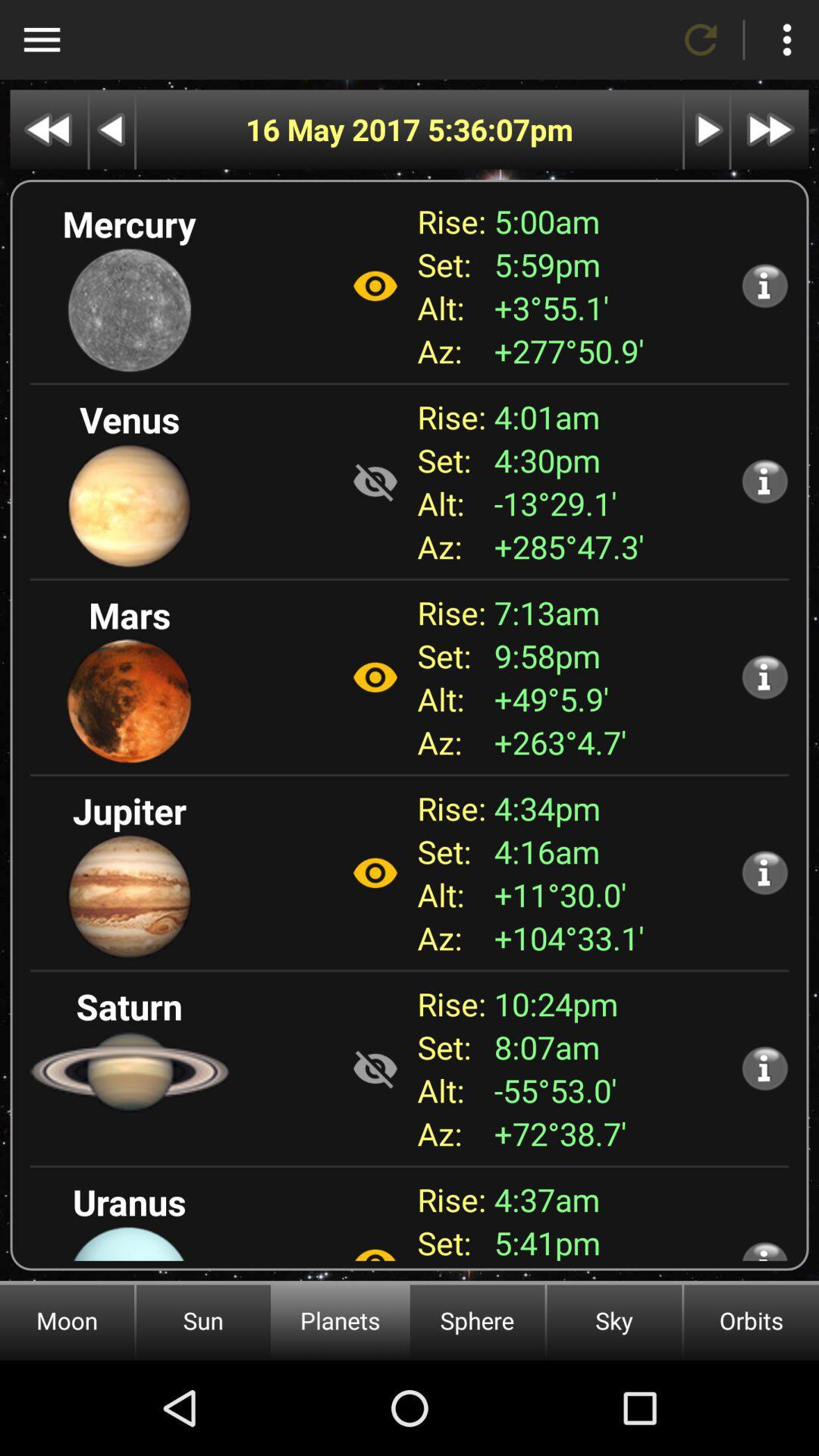 This screenshot has height=1456, width=819. Describe the element at coordinates (375, 481) in the screenshot. I see `unhide` at that location.